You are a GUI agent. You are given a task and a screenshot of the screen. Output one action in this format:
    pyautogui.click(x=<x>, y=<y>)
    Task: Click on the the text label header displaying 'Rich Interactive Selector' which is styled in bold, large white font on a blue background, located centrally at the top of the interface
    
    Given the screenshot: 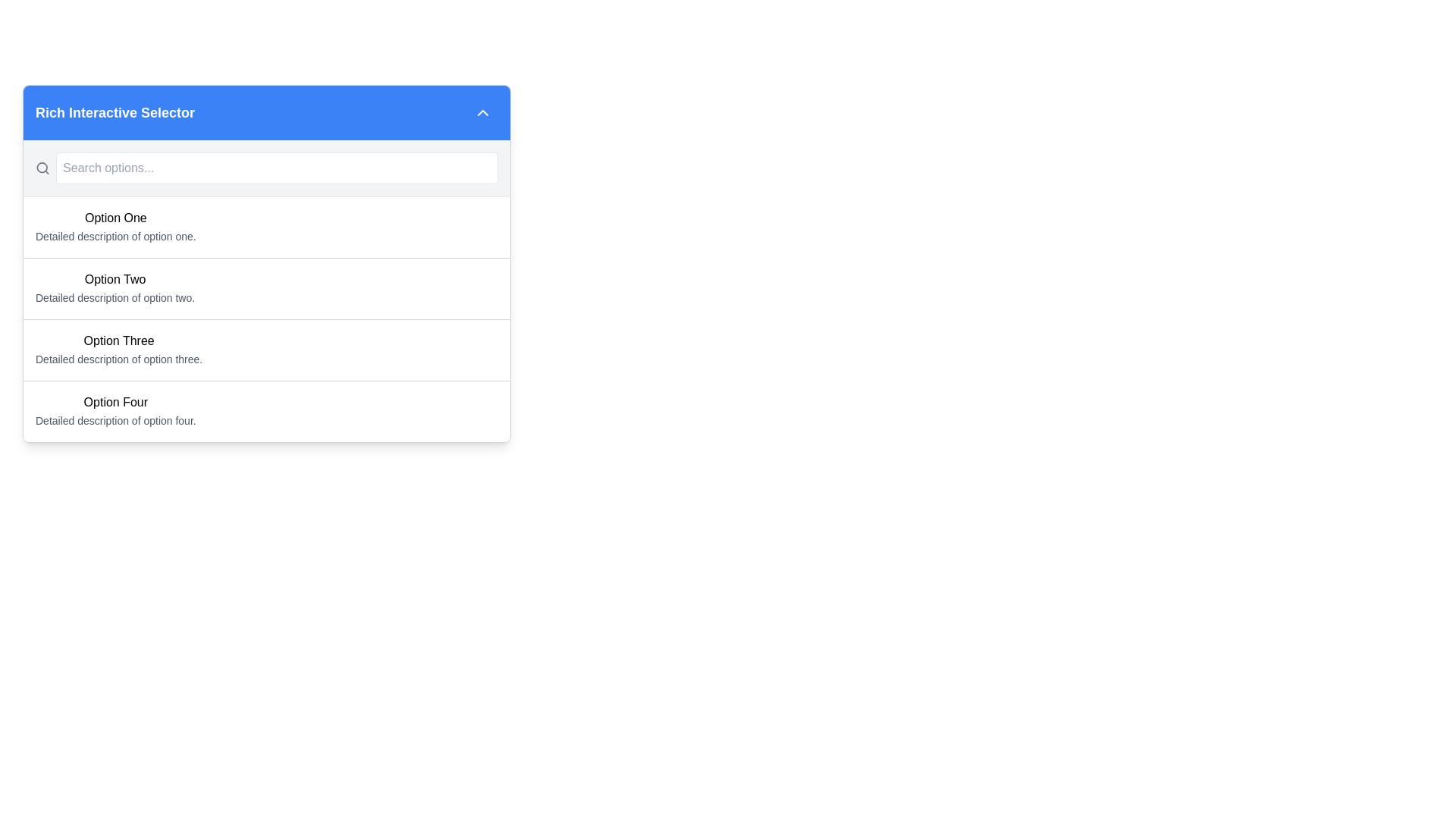 What is the action you would take?
    pyautogui.click(x=115, y=112)
    